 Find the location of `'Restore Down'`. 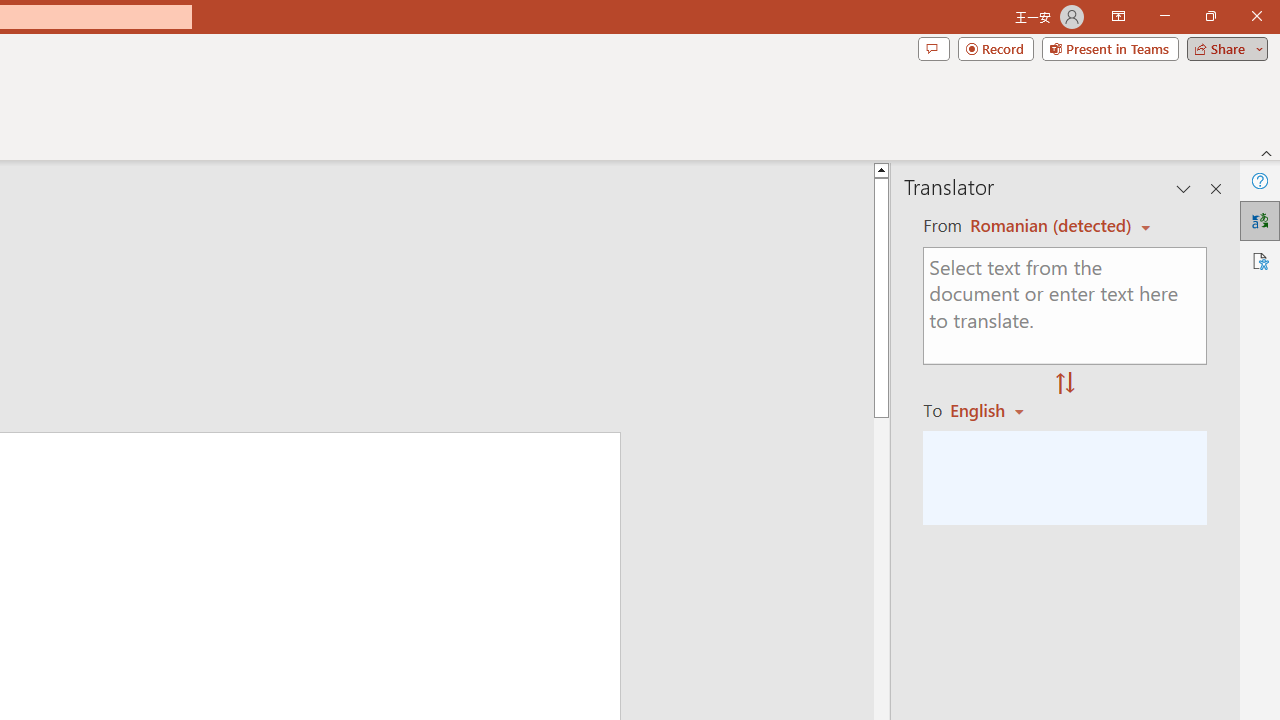

'Restore Down' is located at coordinates (1209, 16).